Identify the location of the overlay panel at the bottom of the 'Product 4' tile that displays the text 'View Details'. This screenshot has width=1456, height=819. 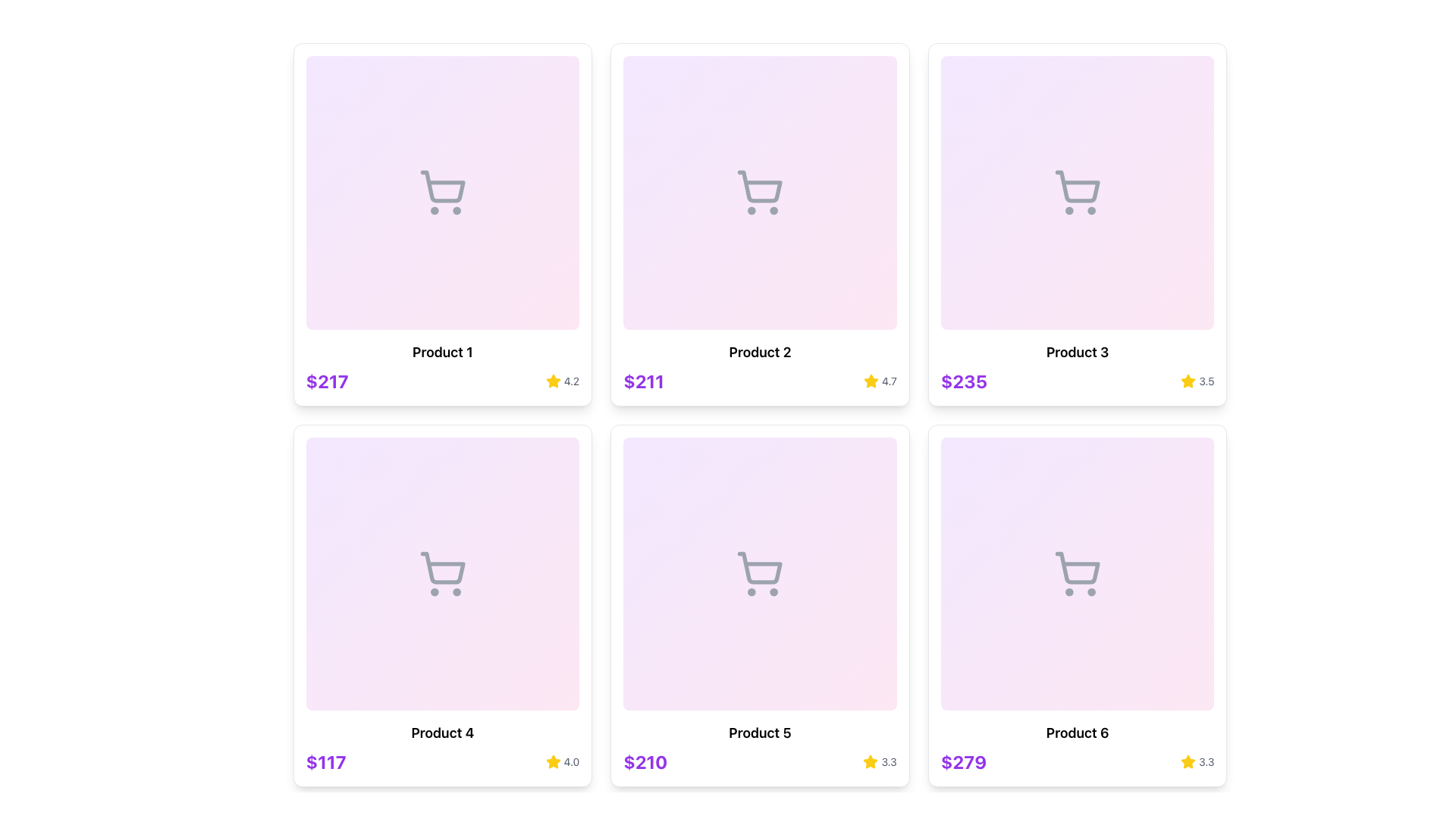
(441, 725).